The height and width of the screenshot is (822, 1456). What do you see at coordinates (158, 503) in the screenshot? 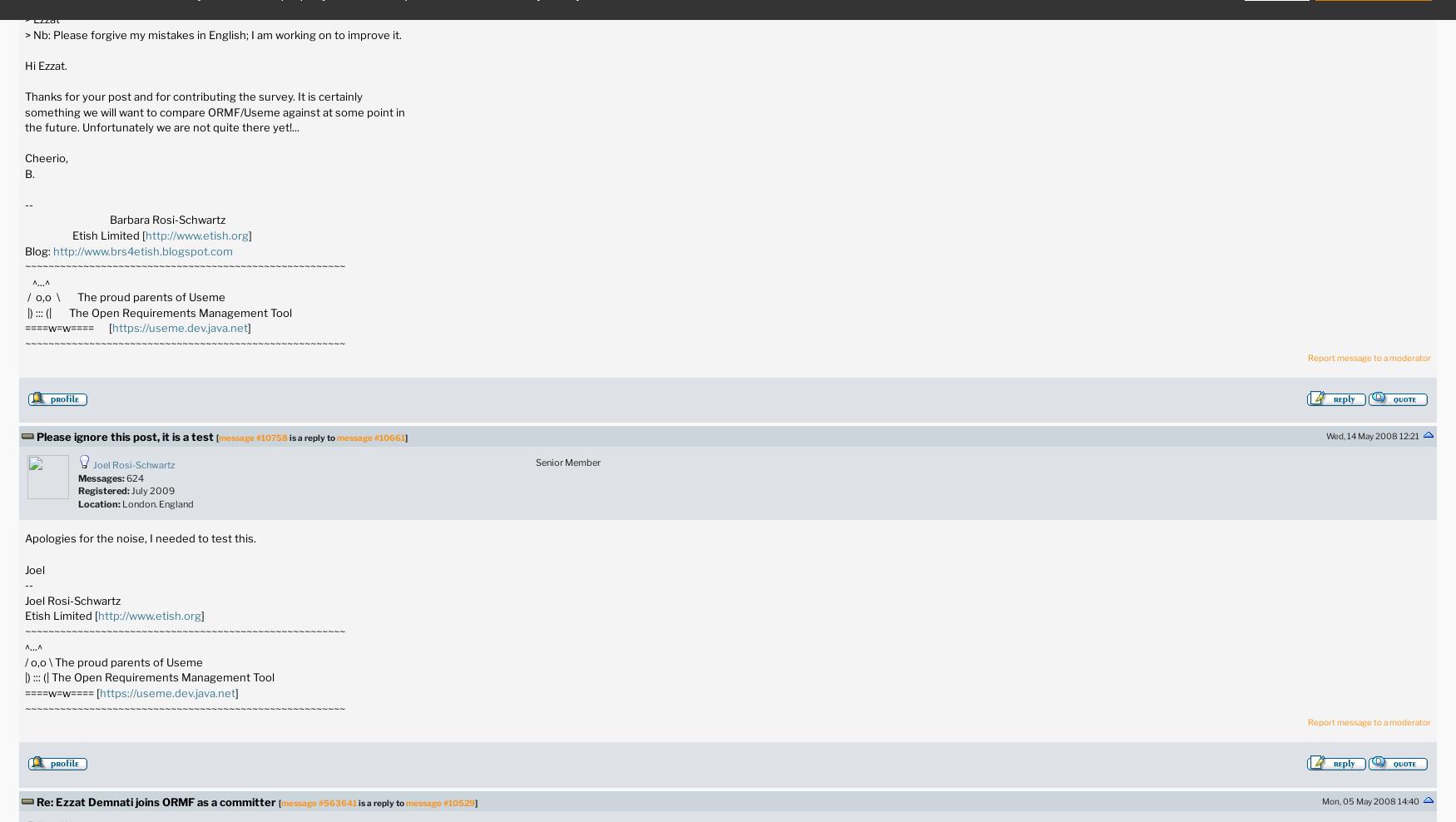
I see `'London. England'` at bounding box center [158, 503].